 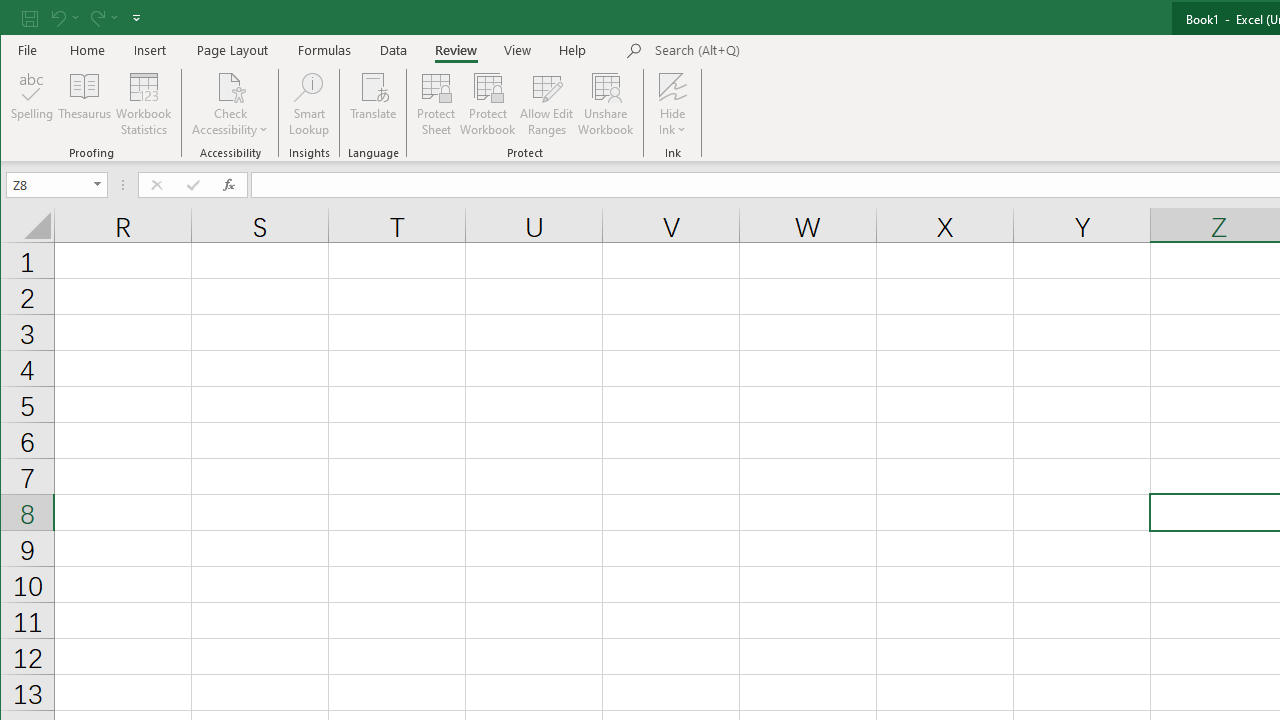 I want to click on 'Unshare Workbook', so click(x=605, y=104).